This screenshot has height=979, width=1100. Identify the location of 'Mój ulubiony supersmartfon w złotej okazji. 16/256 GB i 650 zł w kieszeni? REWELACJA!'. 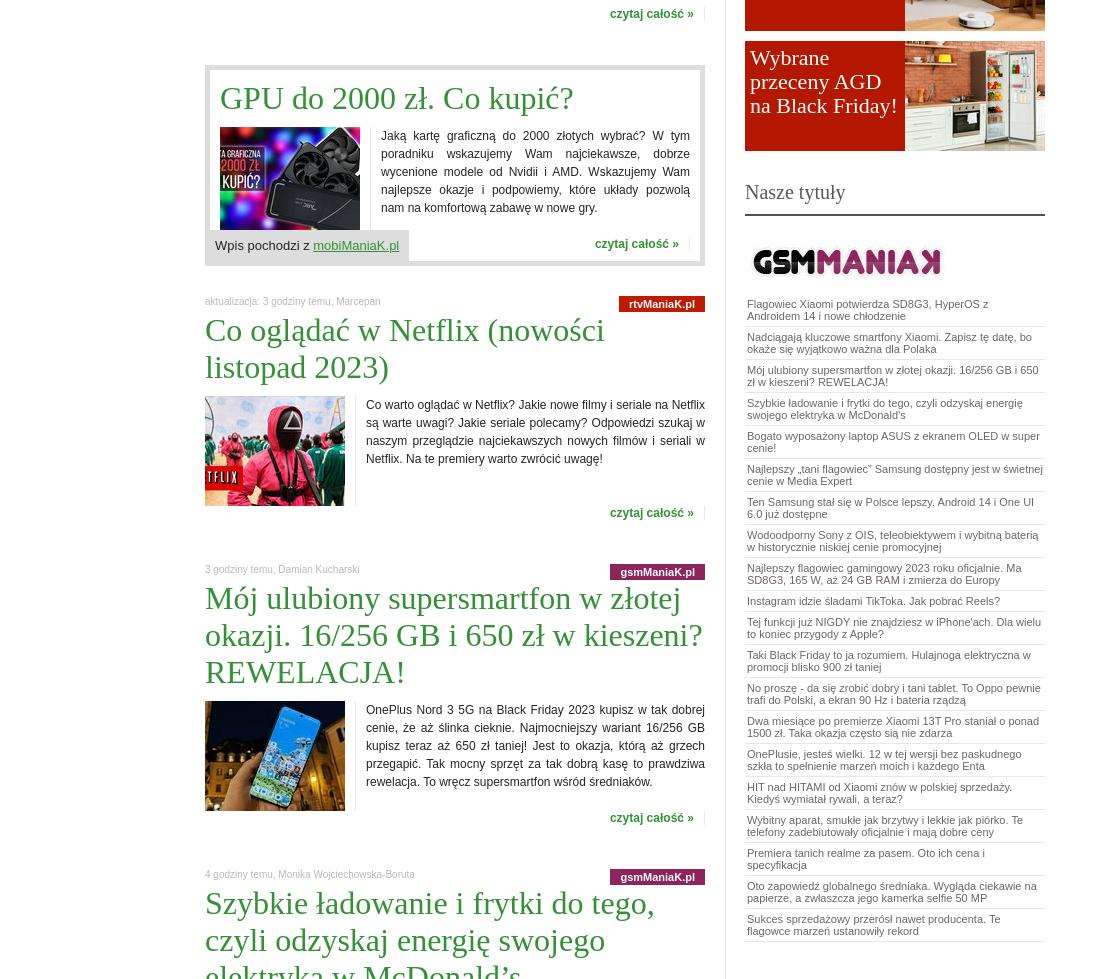
(891, 376).